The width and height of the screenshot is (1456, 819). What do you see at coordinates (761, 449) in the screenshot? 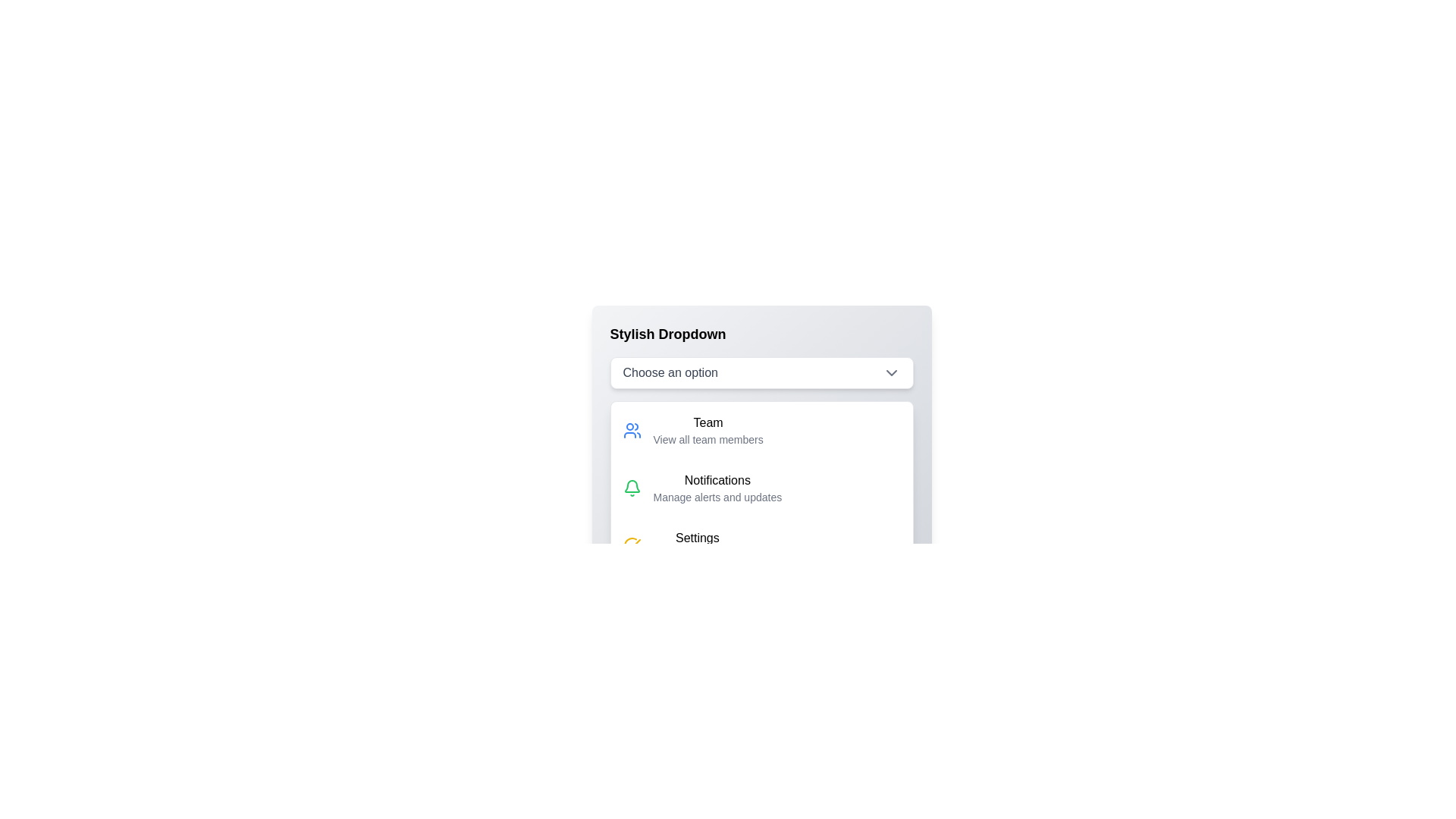
I see `the first menu item in the dropdown menu labeled 'Stylish Dropdown'` at bounding box center [761, 449].